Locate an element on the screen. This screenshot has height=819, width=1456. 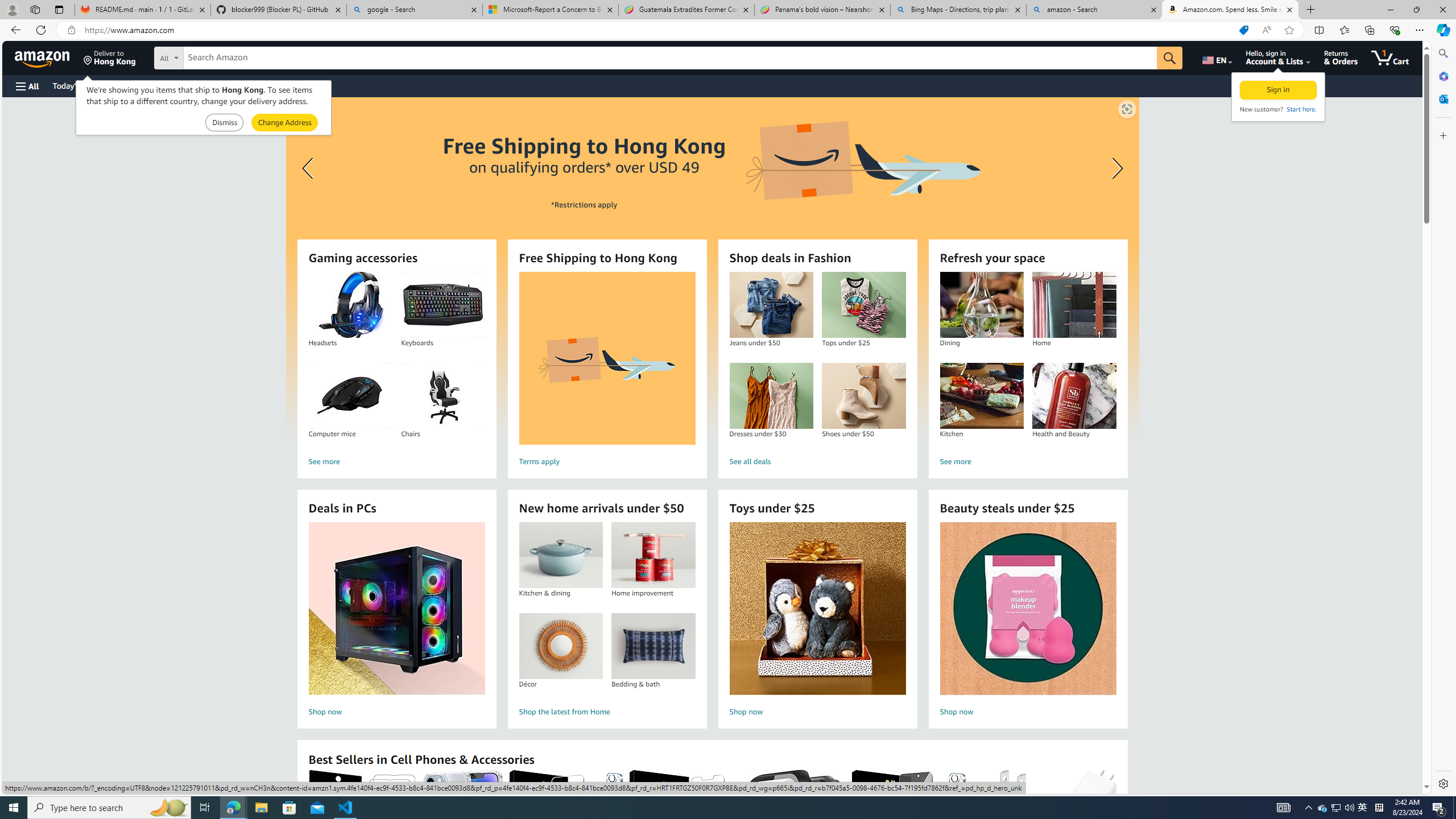
'Shoes under $50' is located at coordinates (864, 396).